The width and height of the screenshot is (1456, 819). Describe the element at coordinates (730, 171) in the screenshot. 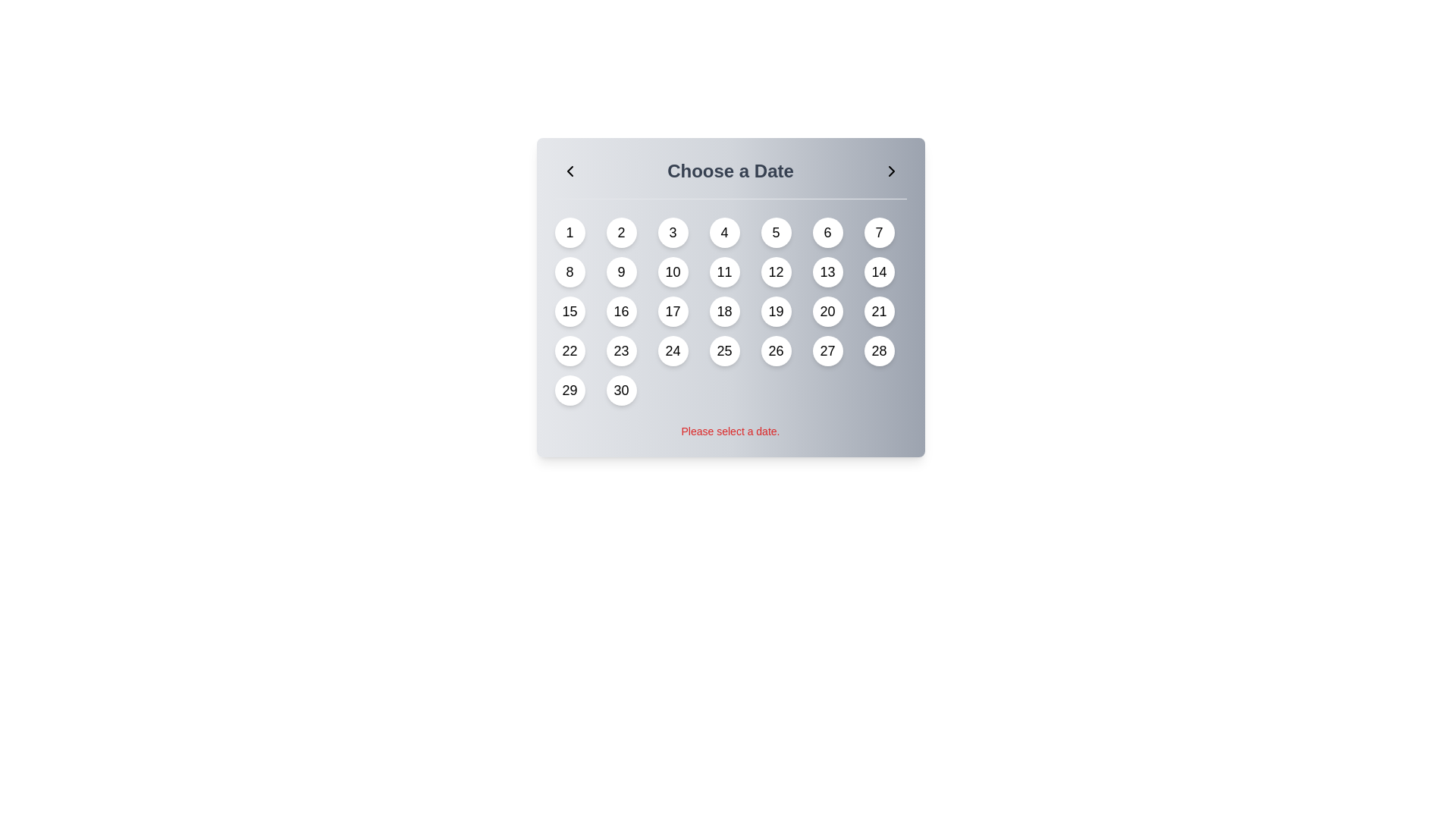

I see `text label indicating the current step or state of the calendar interface, which instructs the user to choose a date from the calendar below` at that location.